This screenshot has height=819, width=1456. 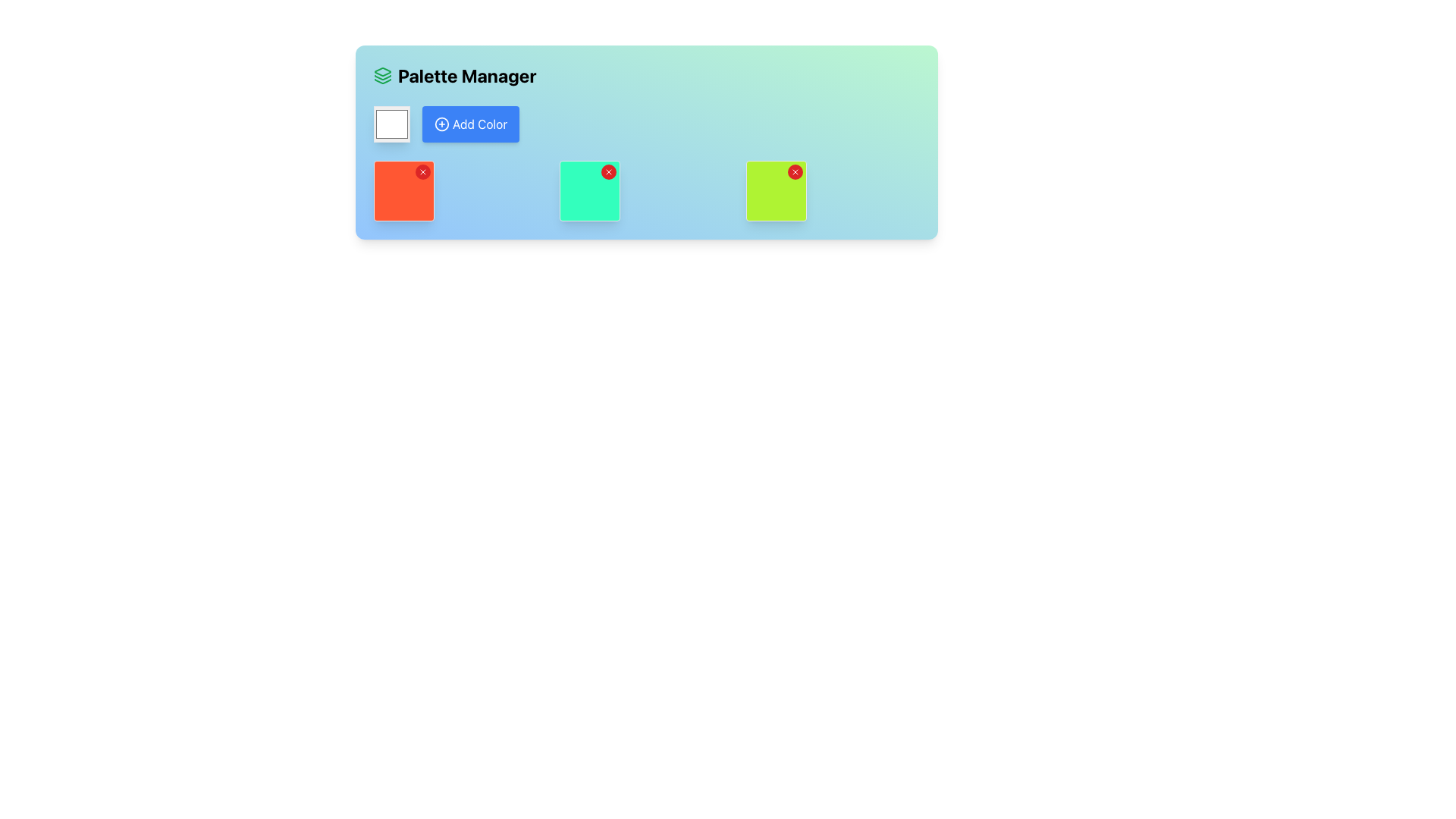 What do you see at coordinates (403, 190) in the screenshot?
I see `the square box with a red-orange background and rounded corners, located under the 'Add Color' button` at bounding box center [403, 190].